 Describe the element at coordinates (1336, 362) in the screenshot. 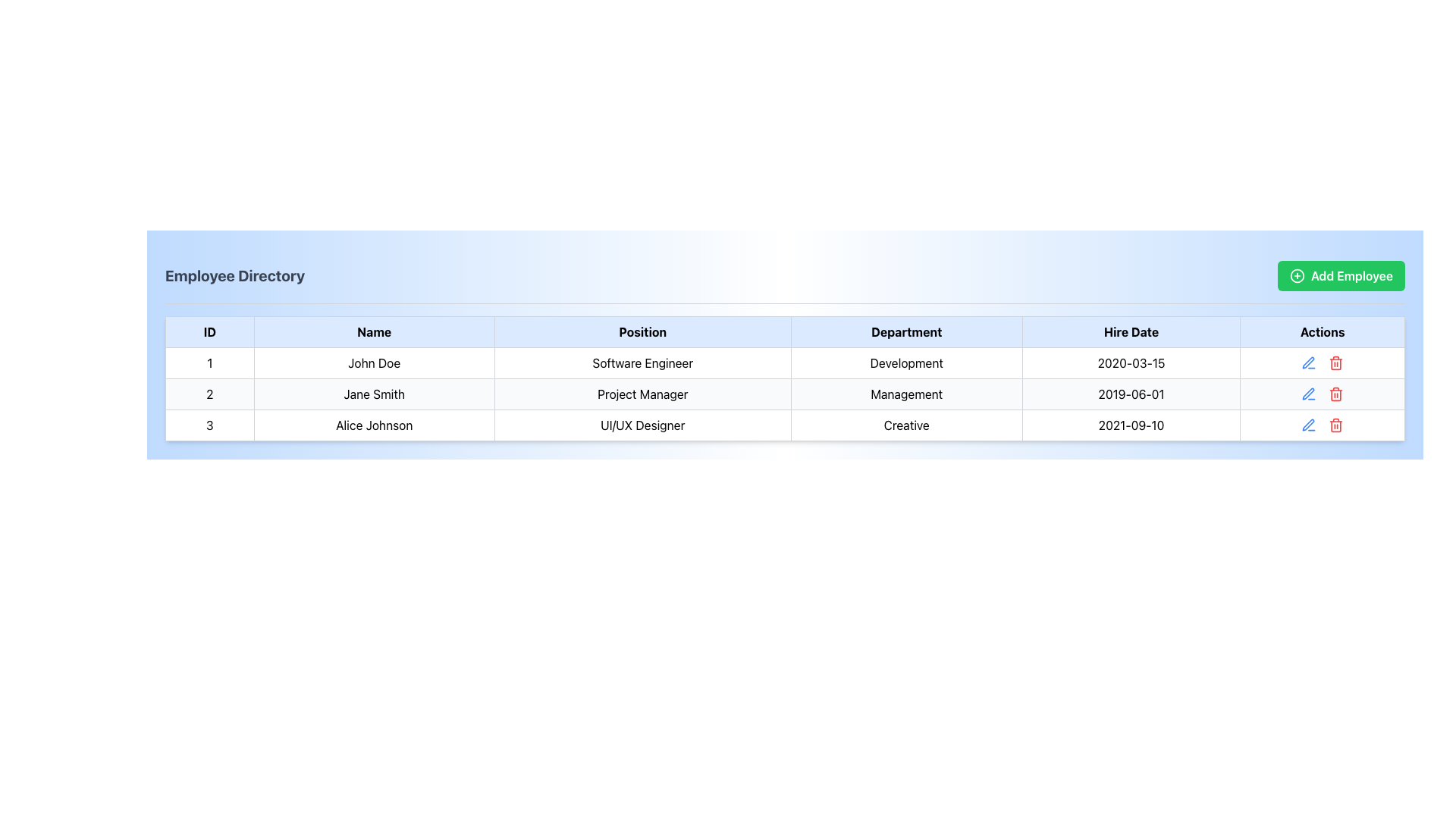

I see `the delete button located at the rightmost side within the 'Actions' column of the third row in the 'Employee Directory' table` at that location.